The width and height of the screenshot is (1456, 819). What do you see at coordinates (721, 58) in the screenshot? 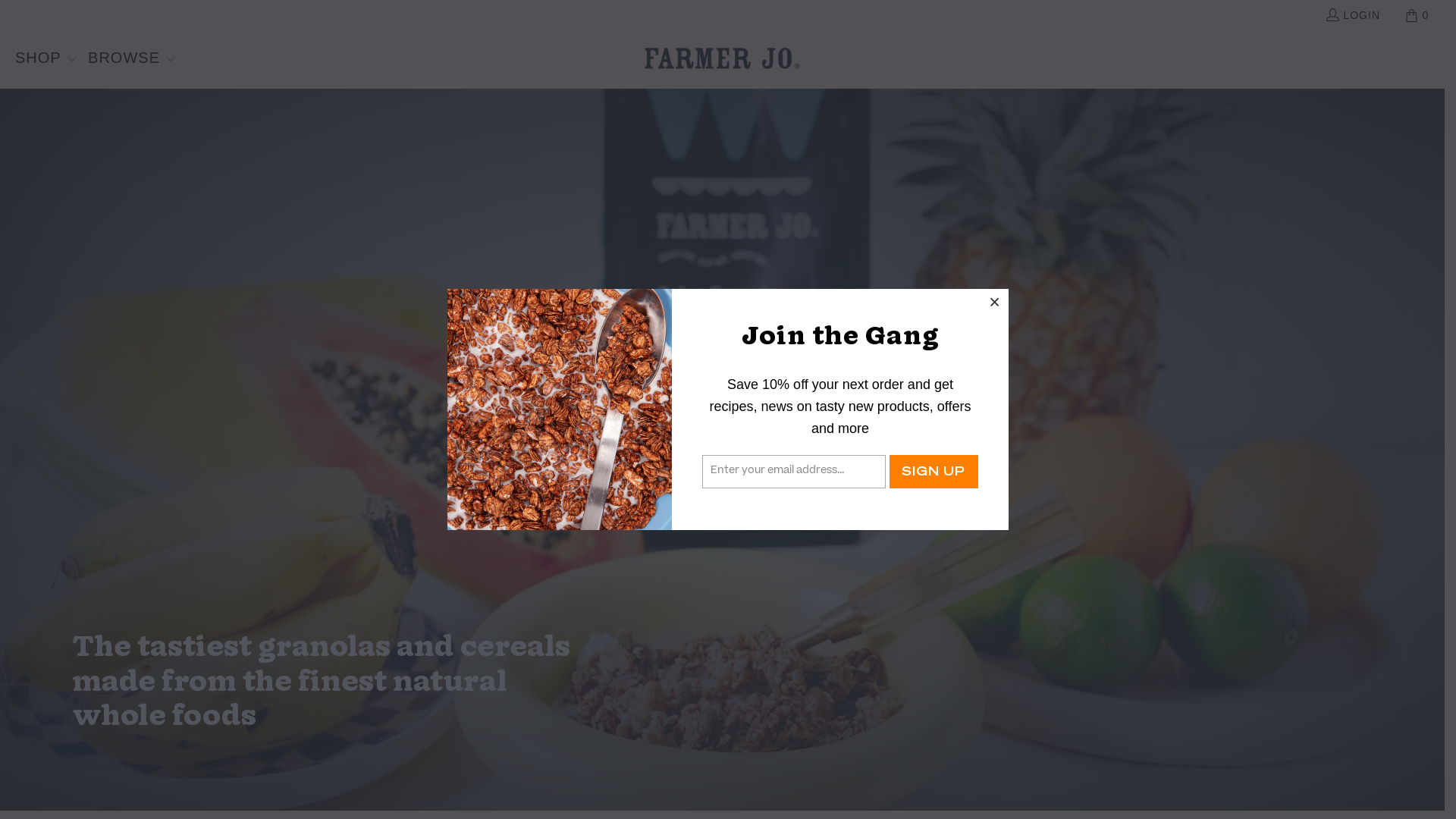
I see `'FarmerJo'` at bounding box center [721, 58].